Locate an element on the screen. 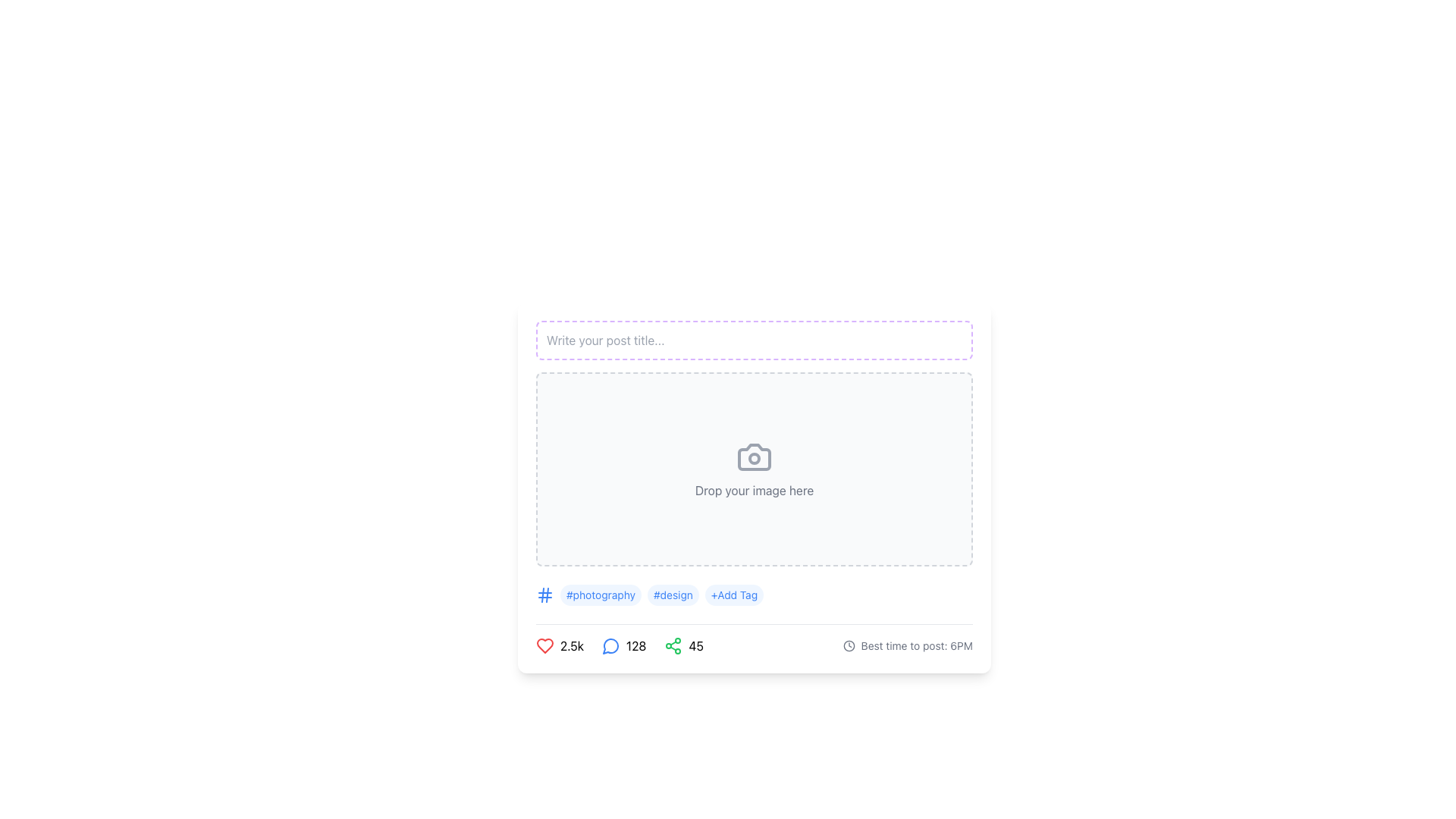 The height and width of the screenshot is (819, 1456). the static informational text indicating the recommended optimal posting time of '6PM', located at the bottom-right corner of the card is located at coordinates (916, 646).